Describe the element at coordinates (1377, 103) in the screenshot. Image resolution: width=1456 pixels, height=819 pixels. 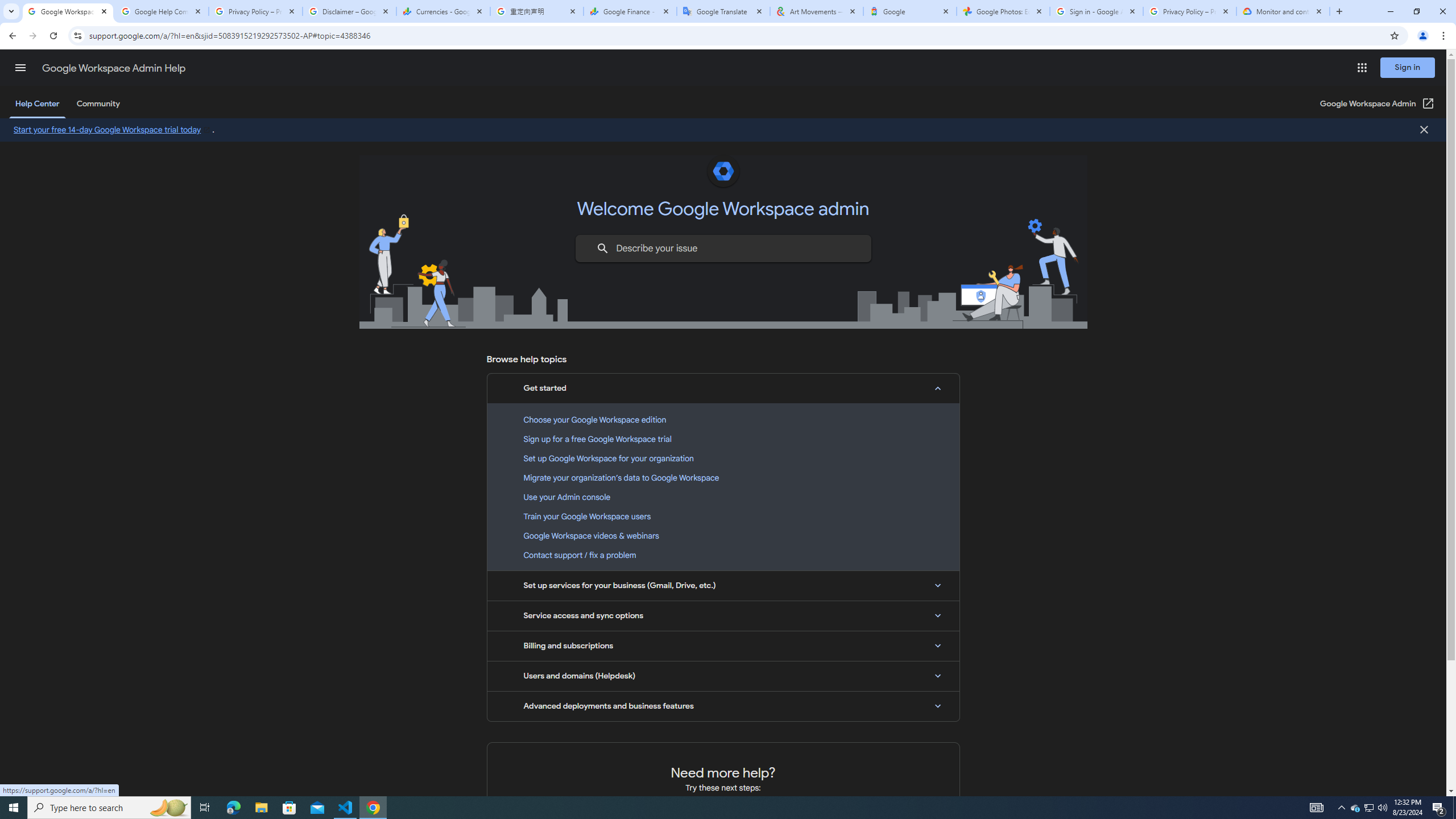
I see `'Google Workspace Admin (Open in a new window)'` at that location.